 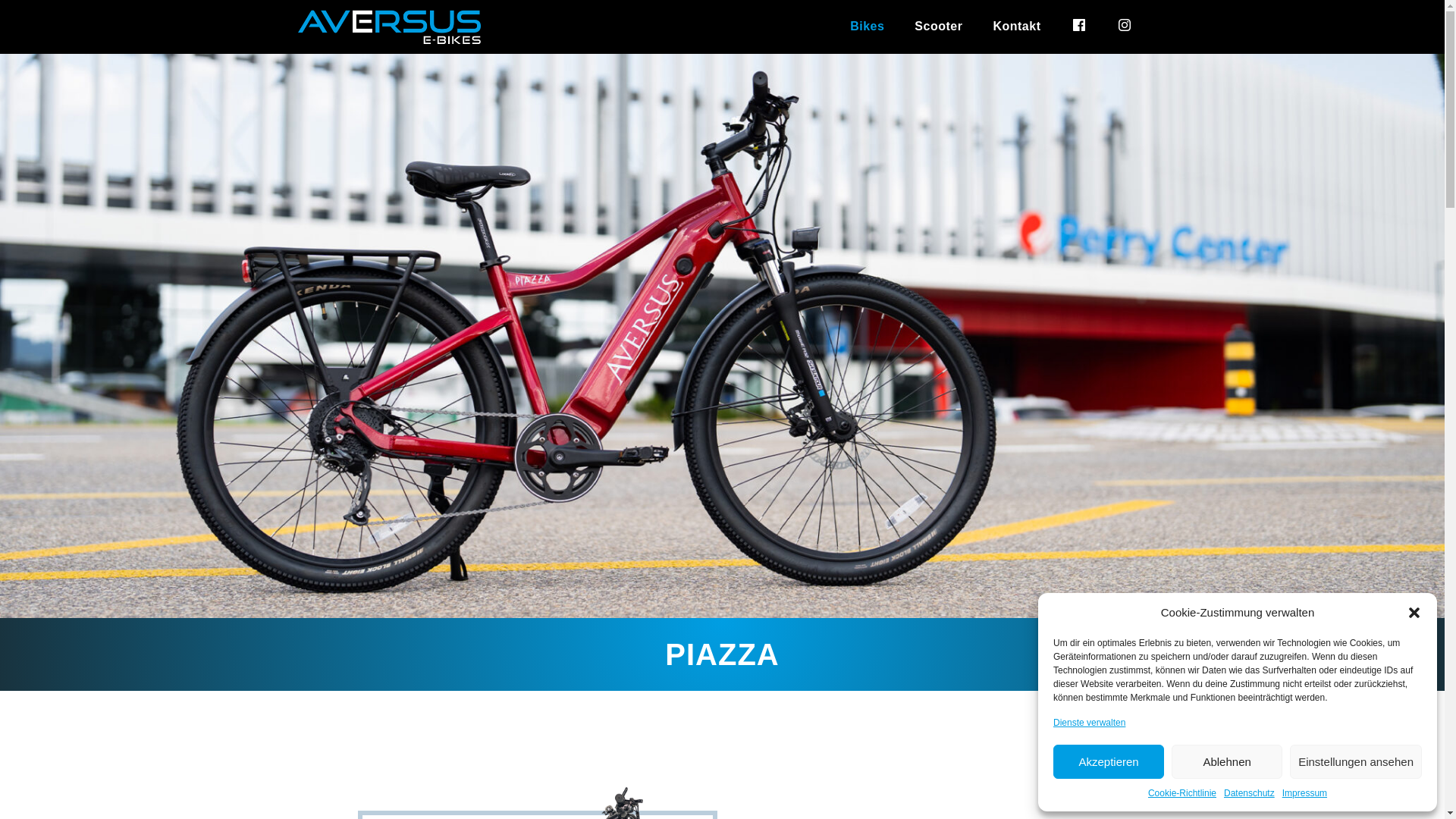 What do you see at coordinates (1249, 792) in the screenshot?
I see `'Datenschutz'` at bounding box center [1249, 792].